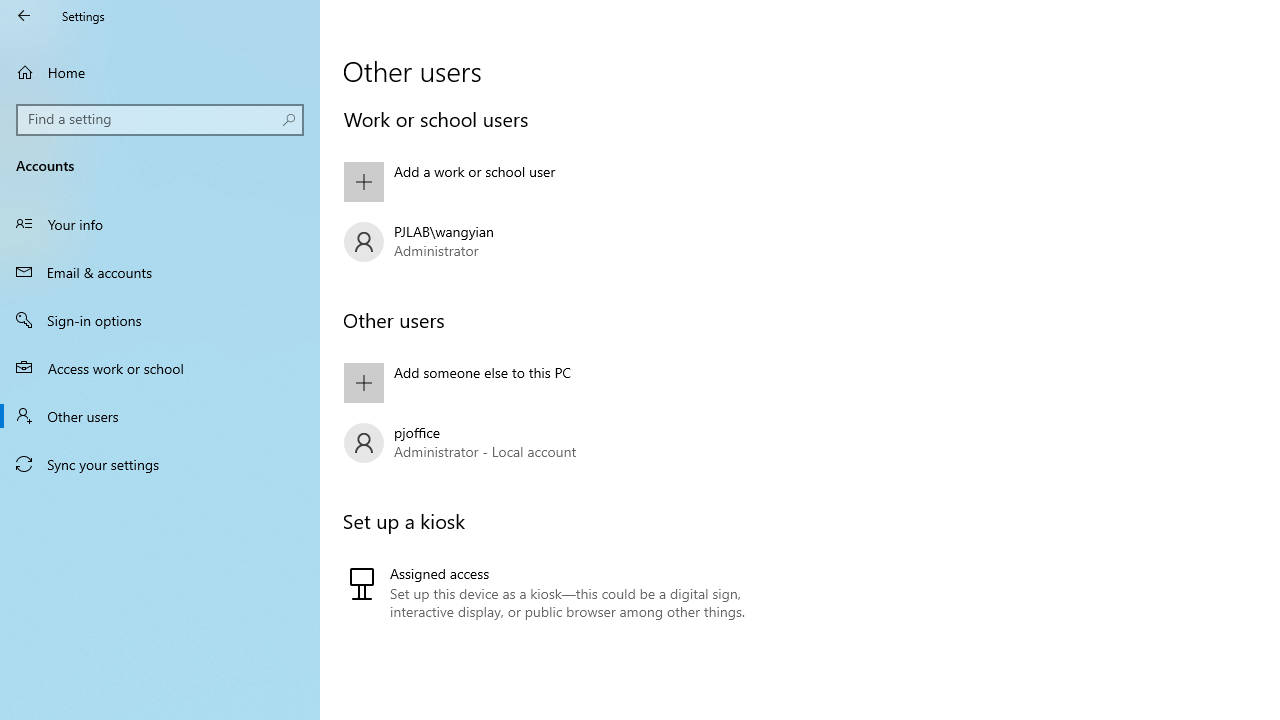 This screenshot has height=720, width=1280. Describe the element at coordinates (160, 271) in the screenshot. I see `'Email & accounts'` at that location.